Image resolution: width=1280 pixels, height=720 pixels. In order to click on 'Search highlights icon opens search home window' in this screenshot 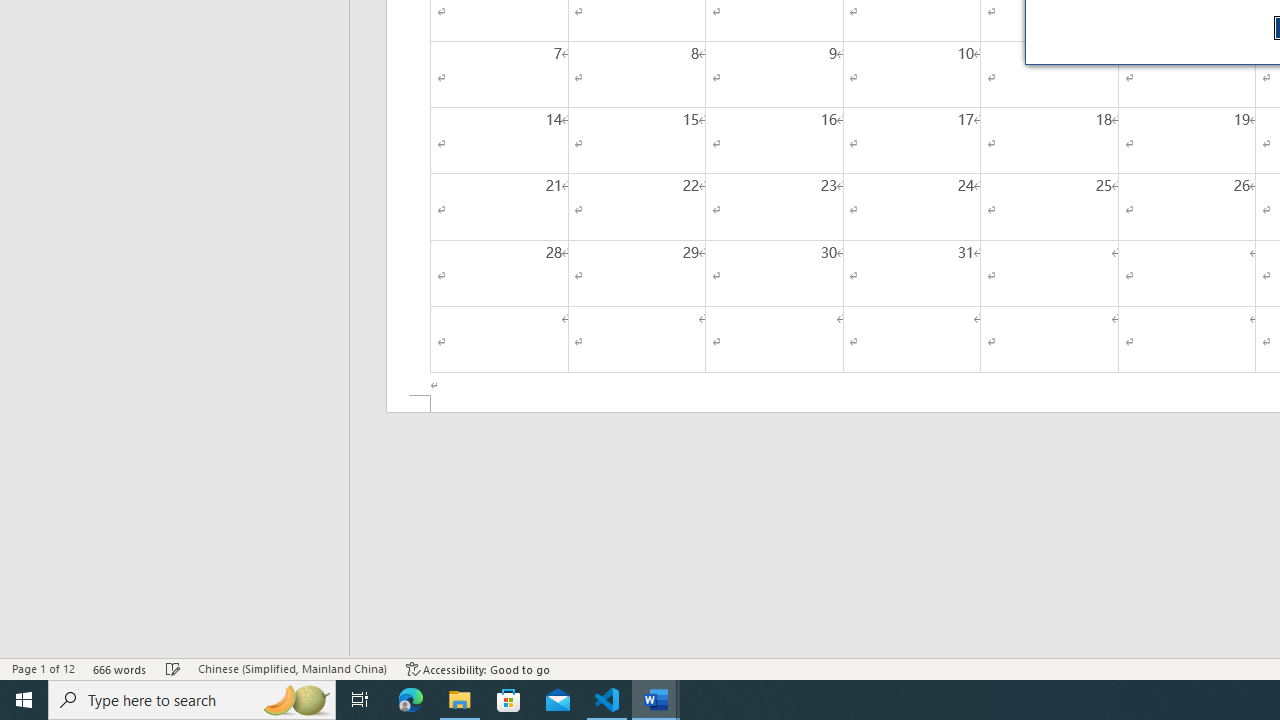, I will do `click(294, 698)`.